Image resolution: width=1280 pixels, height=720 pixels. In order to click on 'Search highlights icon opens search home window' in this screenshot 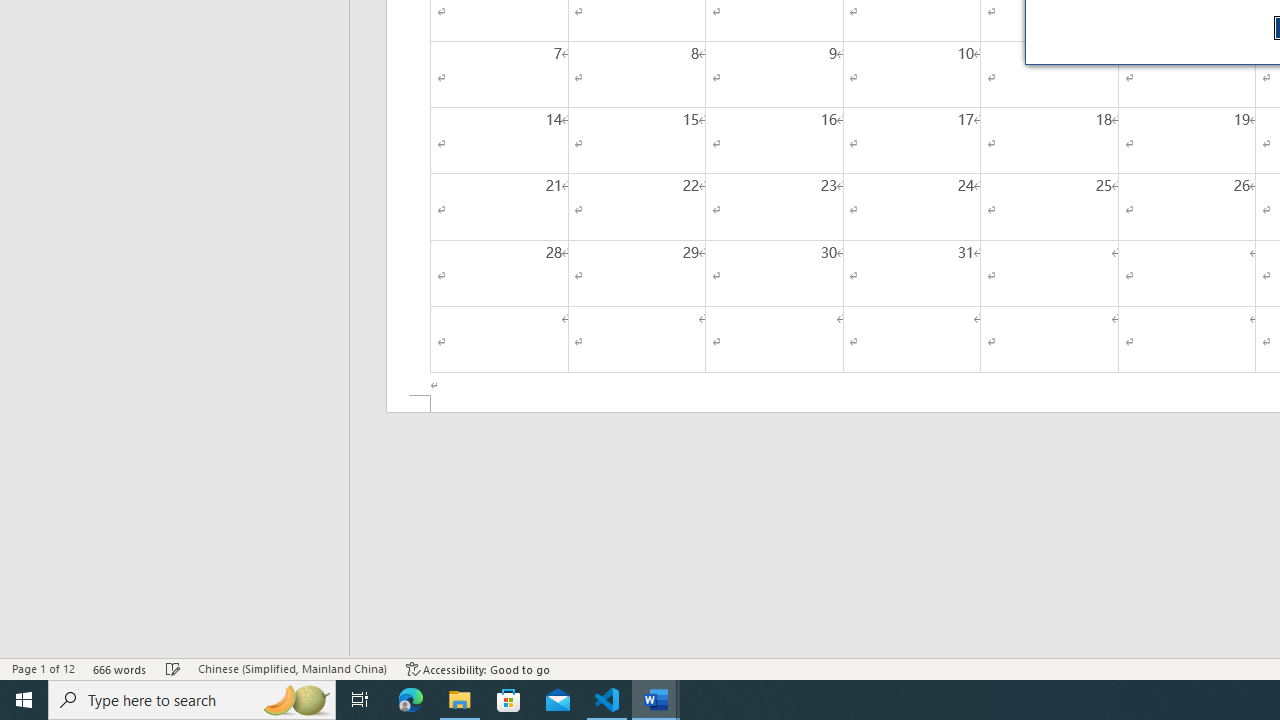, I will do `click(294, 698)`.